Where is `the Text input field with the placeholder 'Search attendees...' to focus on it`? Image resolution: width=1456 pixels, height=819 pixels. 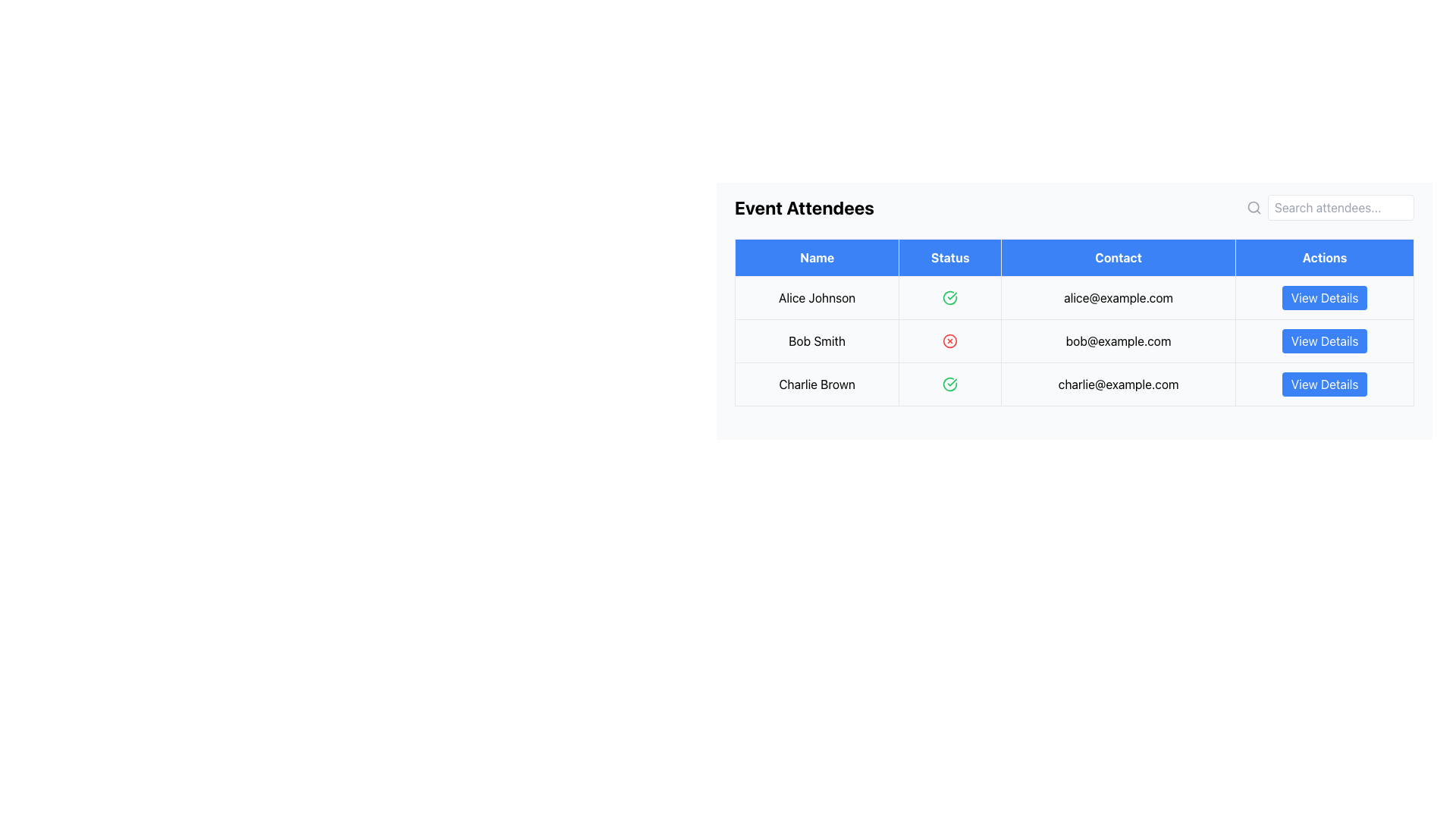 the Text input field with the placeholder 'Search attendees...' to focus on it is located at coordinates (1341, 207).